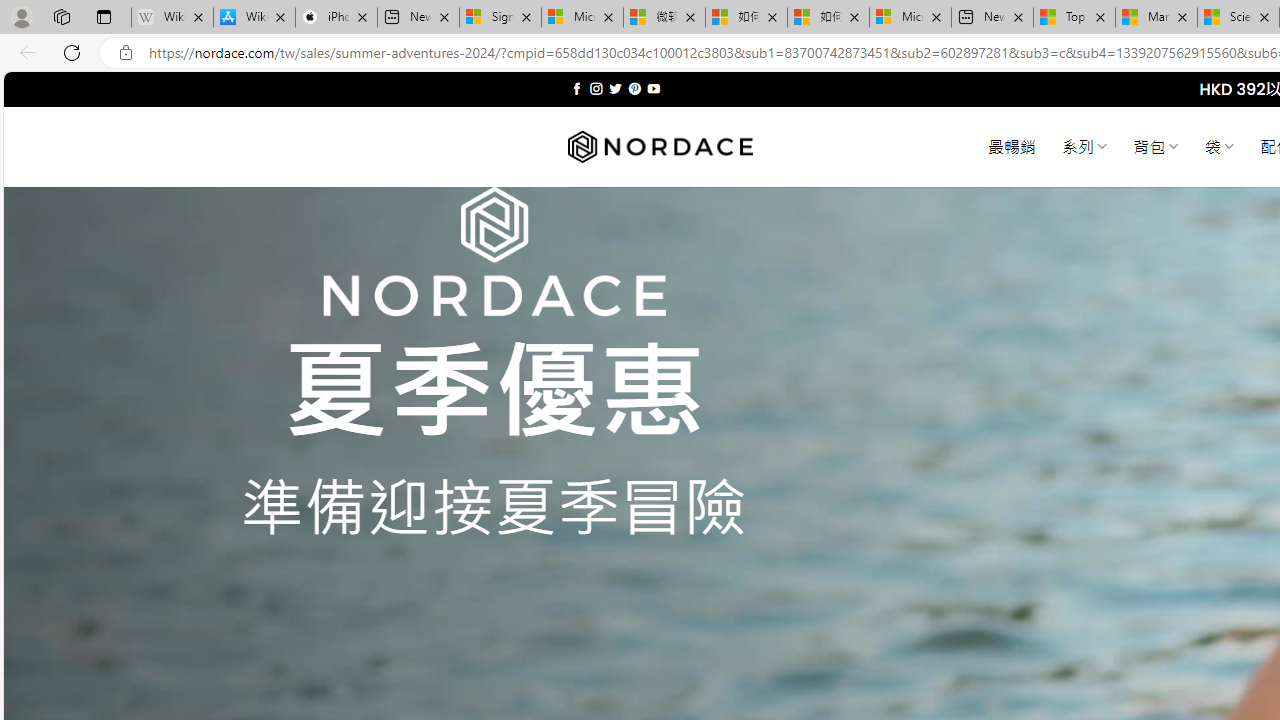 The width and height of the screenshot is (1280, 720). What do you see at coordinates (336, 17) in the screenshot?
I see `'iPhone - Apple'` at bounding box center [336, 17].